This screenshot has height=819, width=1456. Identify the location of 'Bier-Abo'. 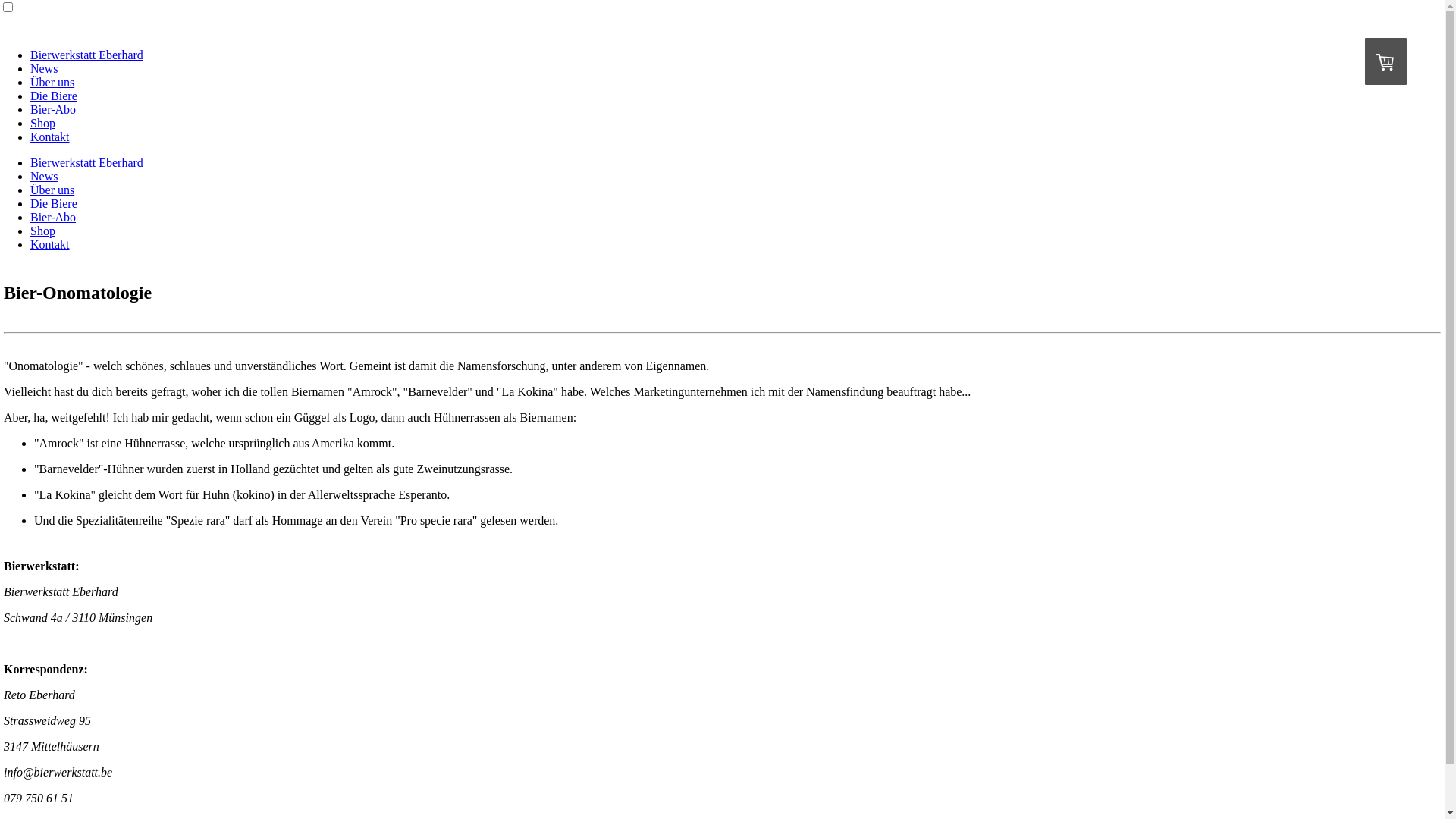
(53, 108).